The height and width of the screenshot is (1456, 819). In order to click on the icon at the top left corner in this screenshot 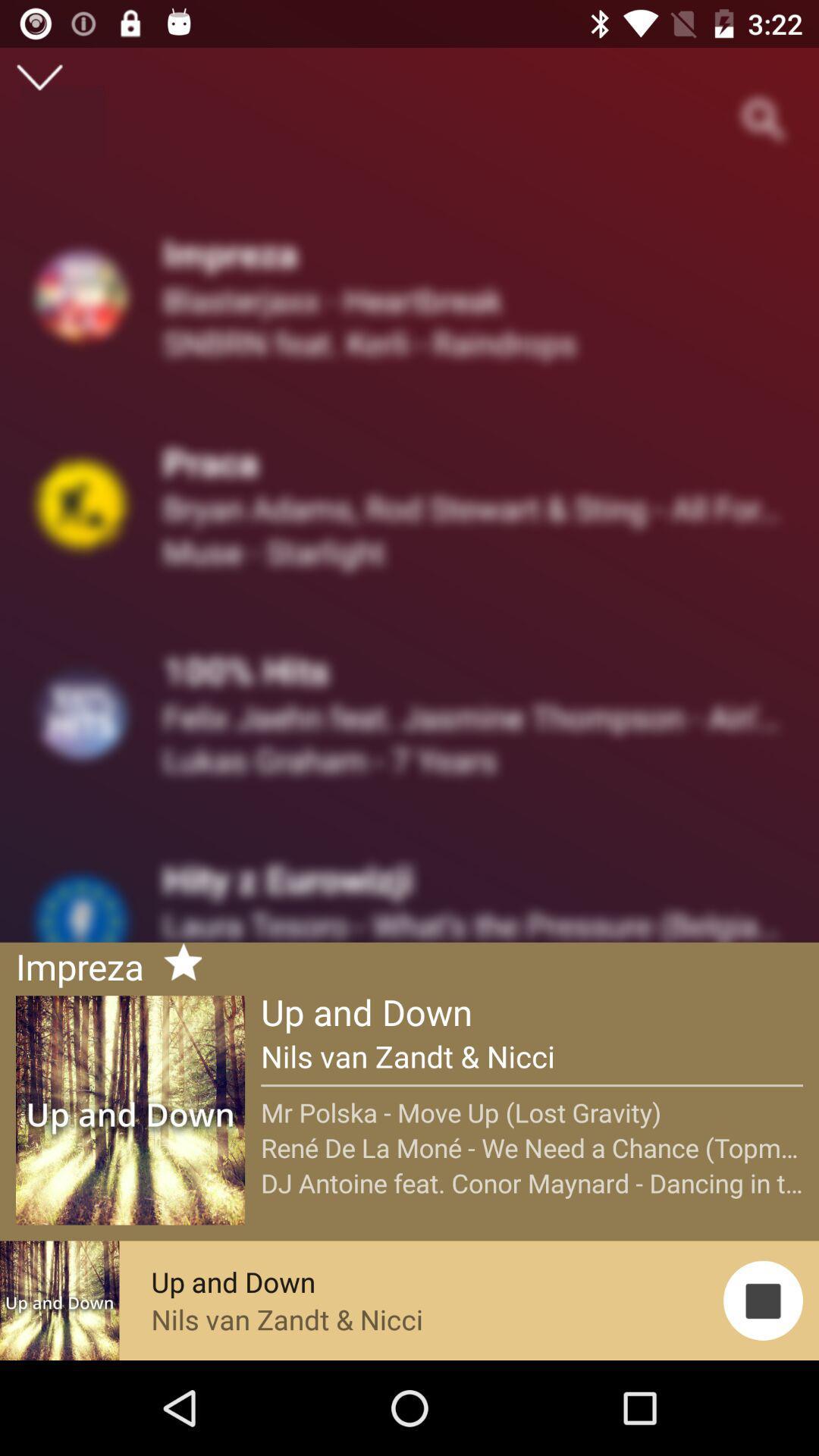, I will do `click(39, 77)`.